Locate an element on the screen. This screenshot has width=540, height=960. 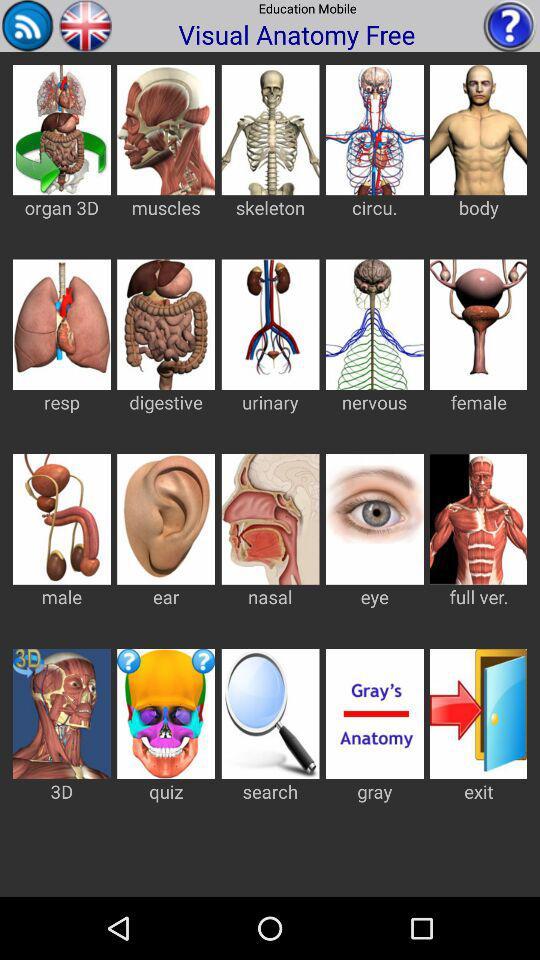
wifi is located at coordinates (27, 24).